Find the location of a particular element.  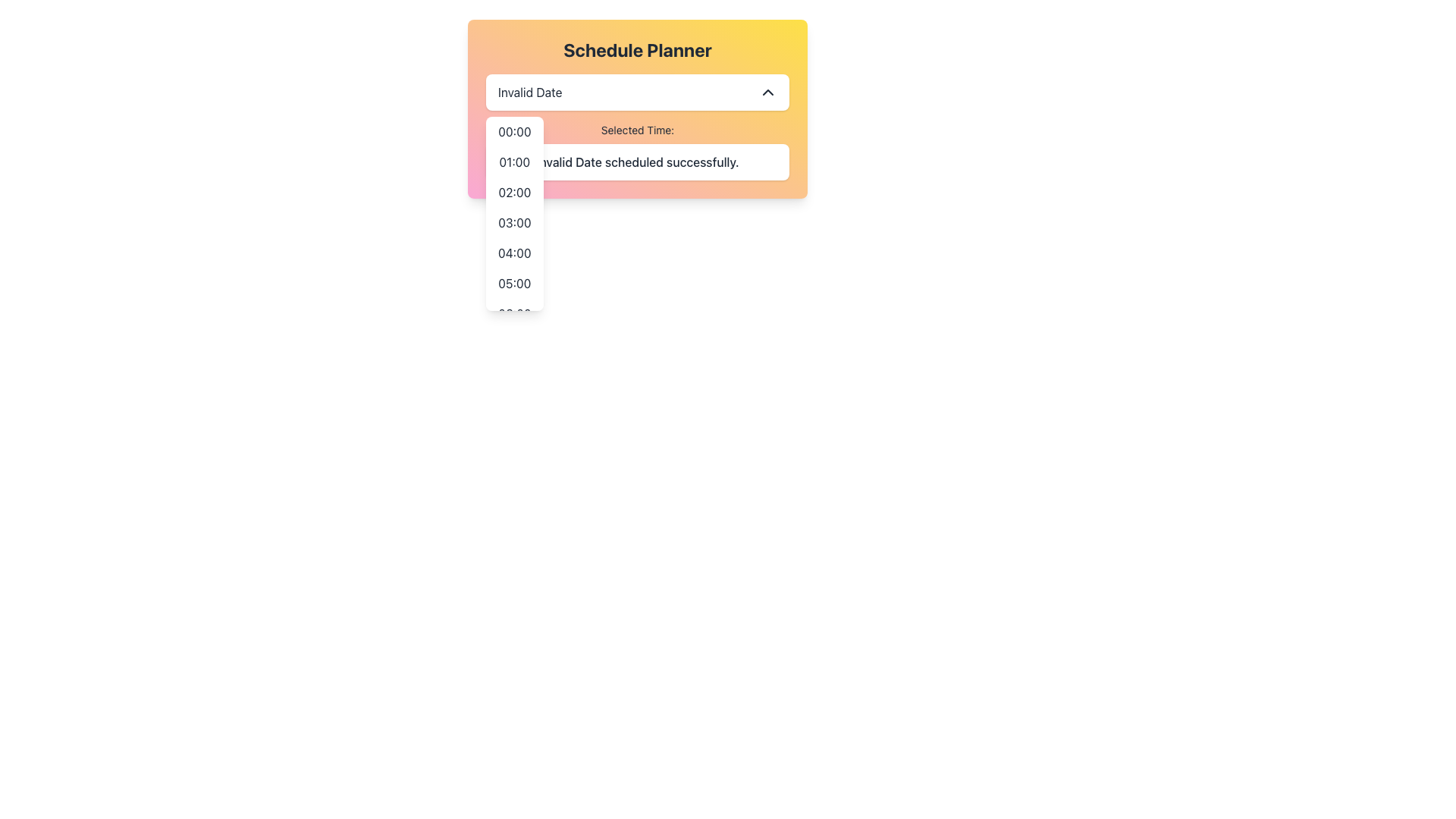

the list item displaying '04:00' in the dropdown menu of the 'Schedule Planner' module is located at coordinates (514, 253).